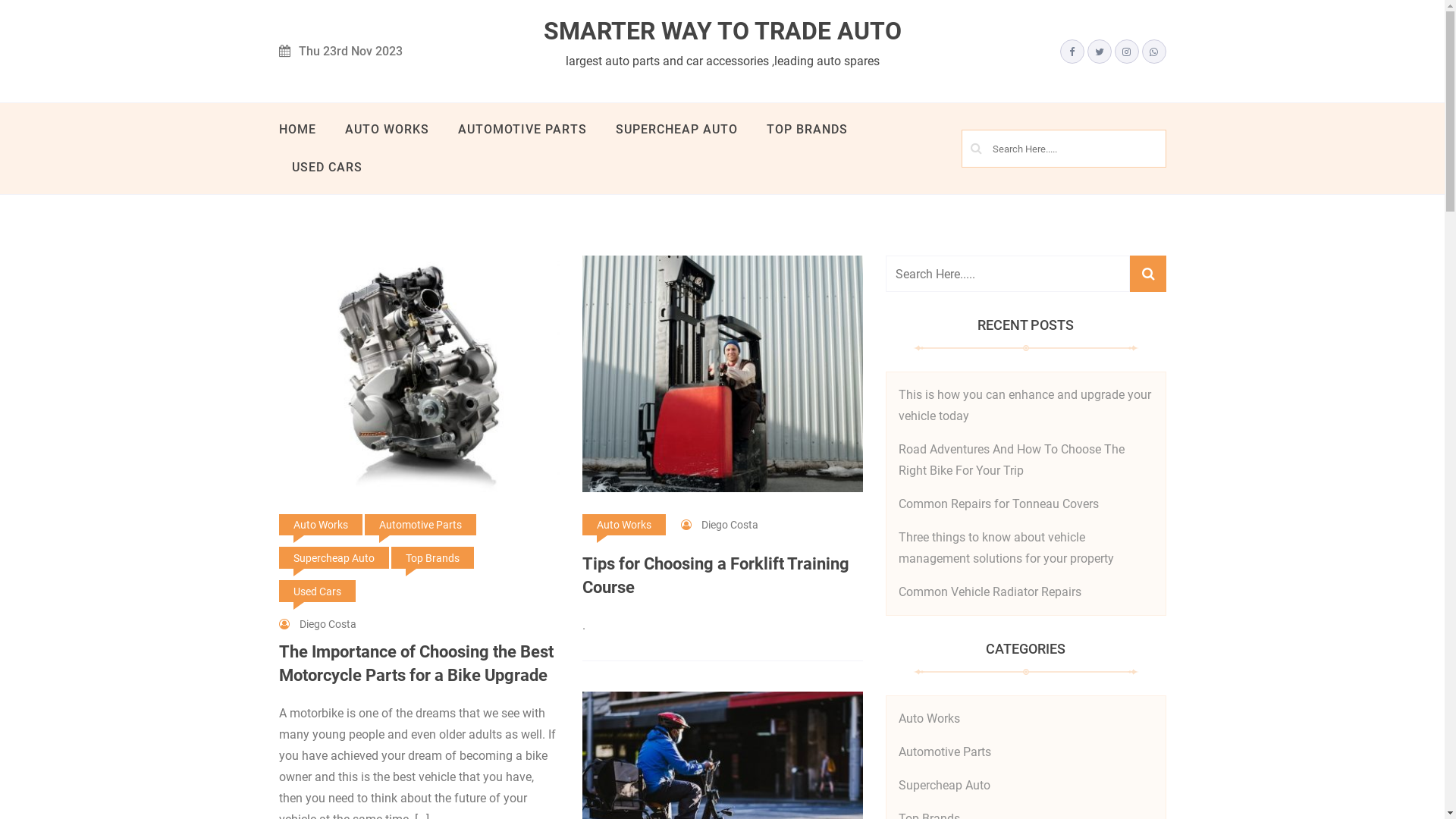 The image size is (1456, 819). Describe the element at coordinates (719, 523) in the screenshot. I see `'Diego Costa'` at that location.